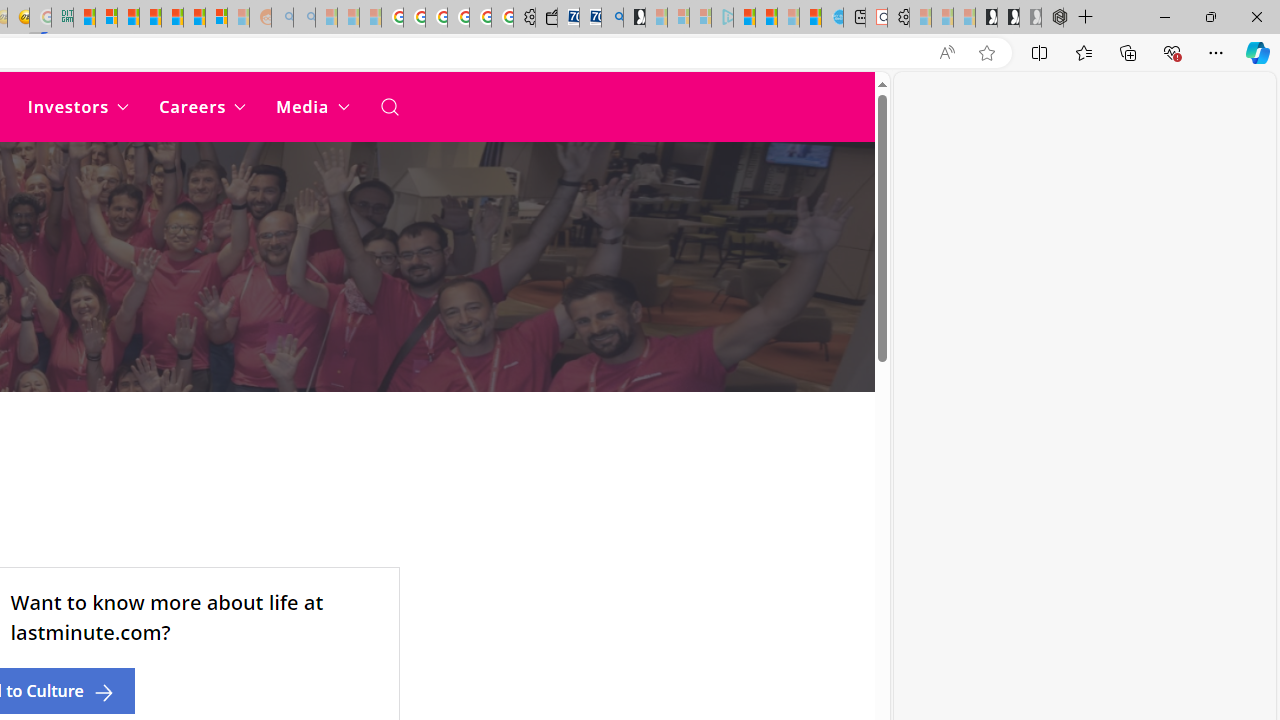 The image size is (1280, 720). I want to click on 'Cheap Car Rentals - Save70.com', so click(589, 17).